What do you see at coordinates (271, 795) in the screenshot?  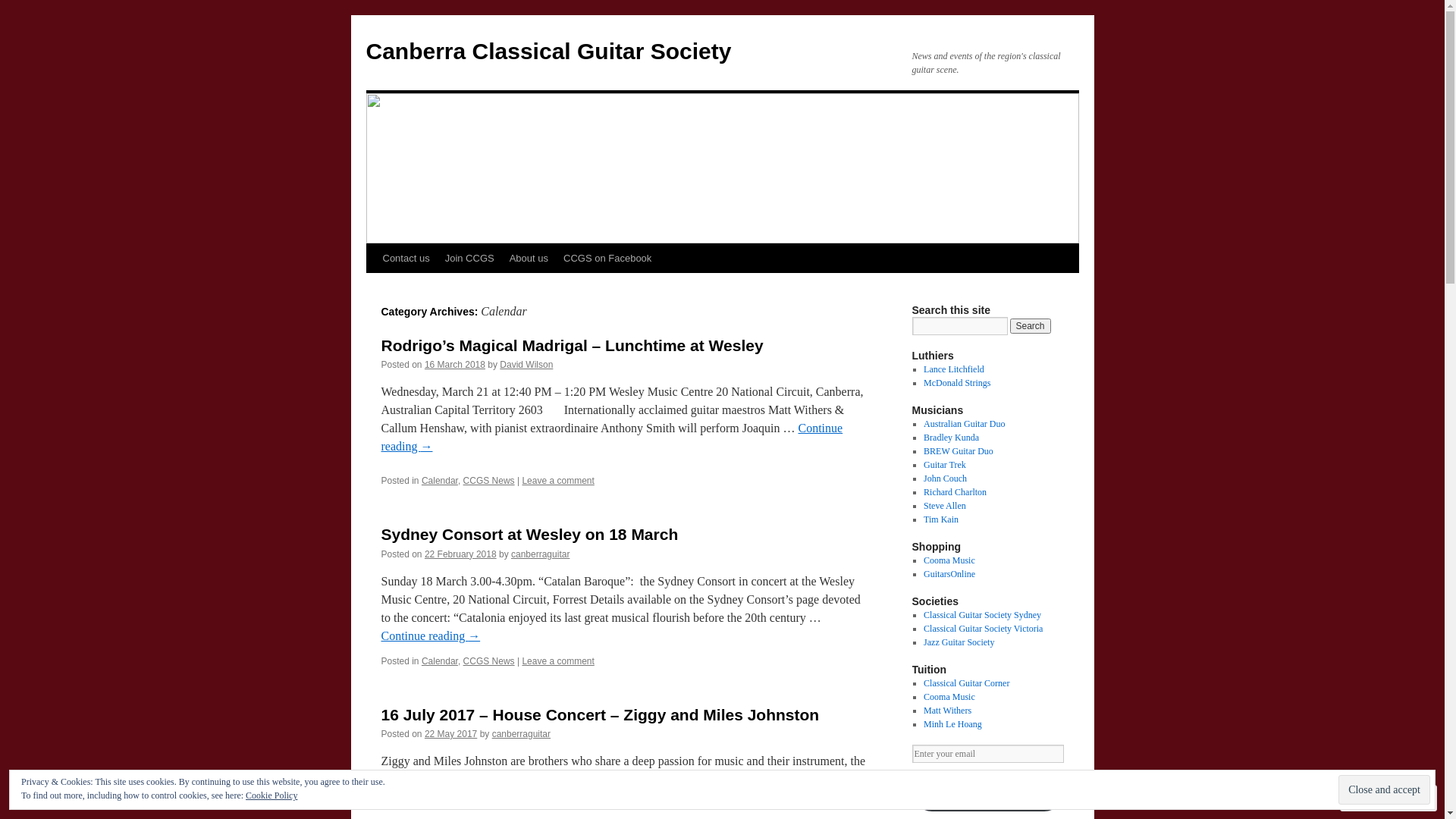 I see `'Cookie Policy'` at bounding box center [271, 795].